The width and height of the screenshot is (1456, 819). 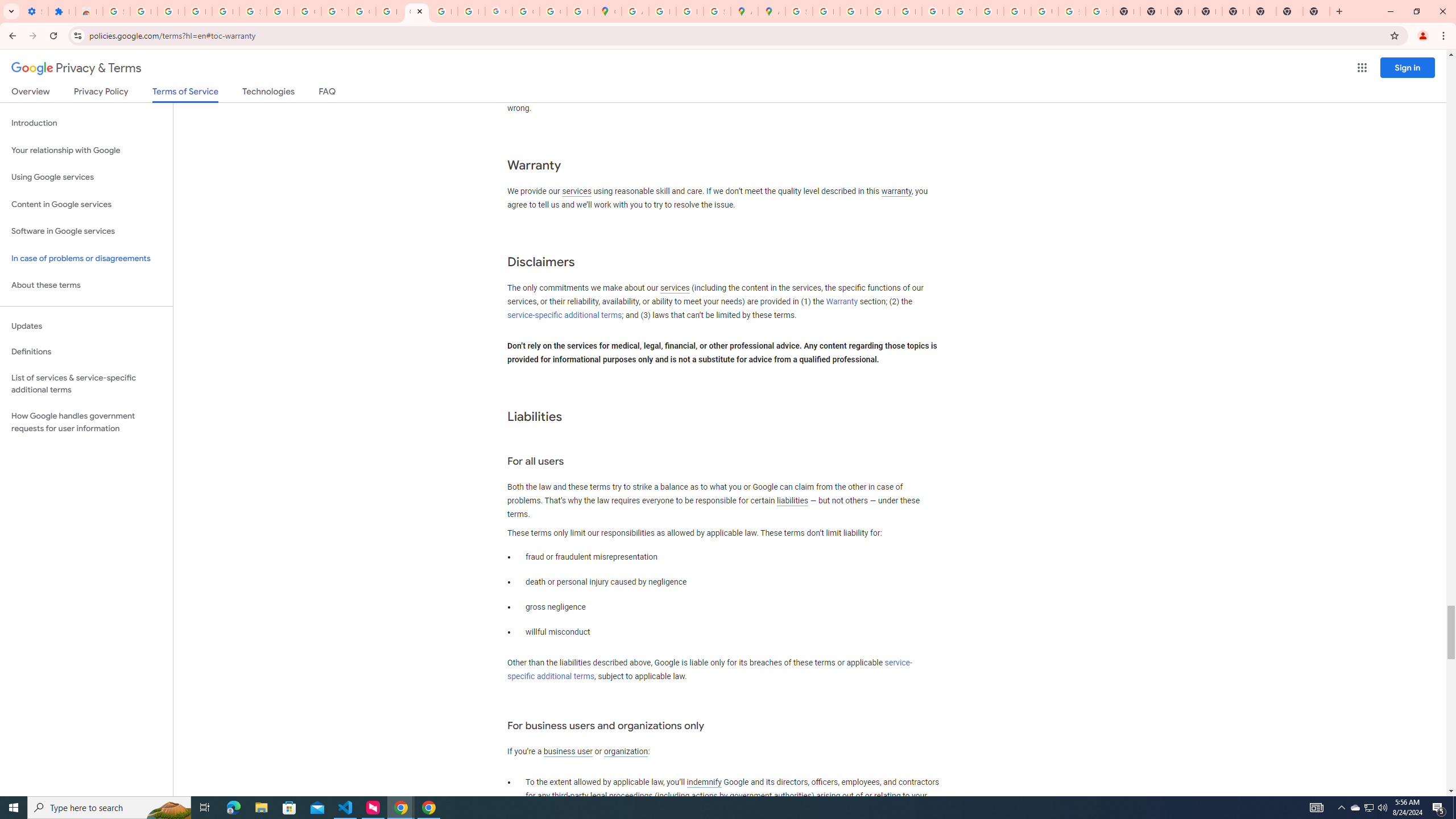 I want to click on 'Google Maps', so click(x=607, y=11).